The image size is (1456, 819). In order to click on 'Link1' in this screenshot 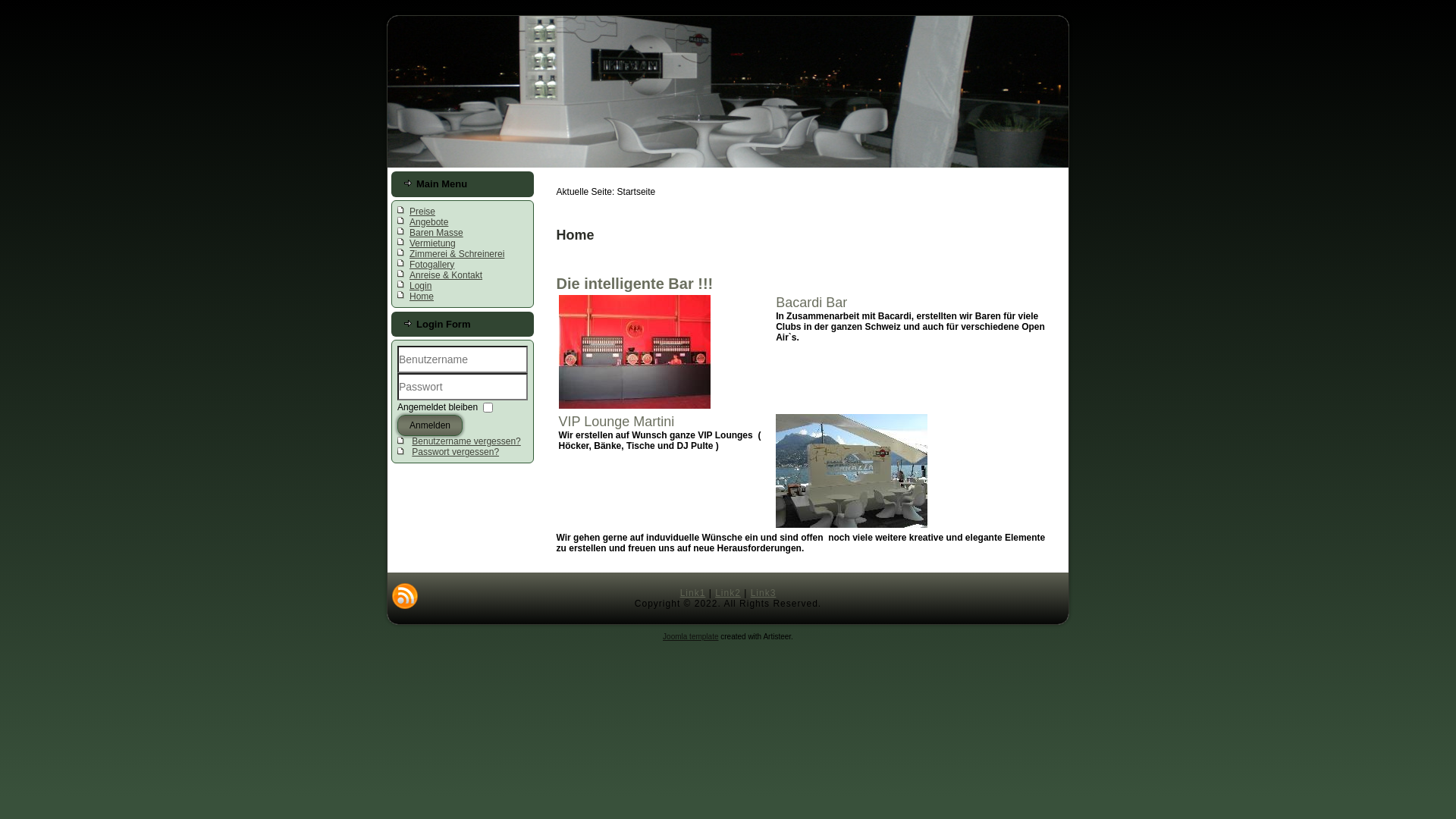, I will do `click(679, 592)`.